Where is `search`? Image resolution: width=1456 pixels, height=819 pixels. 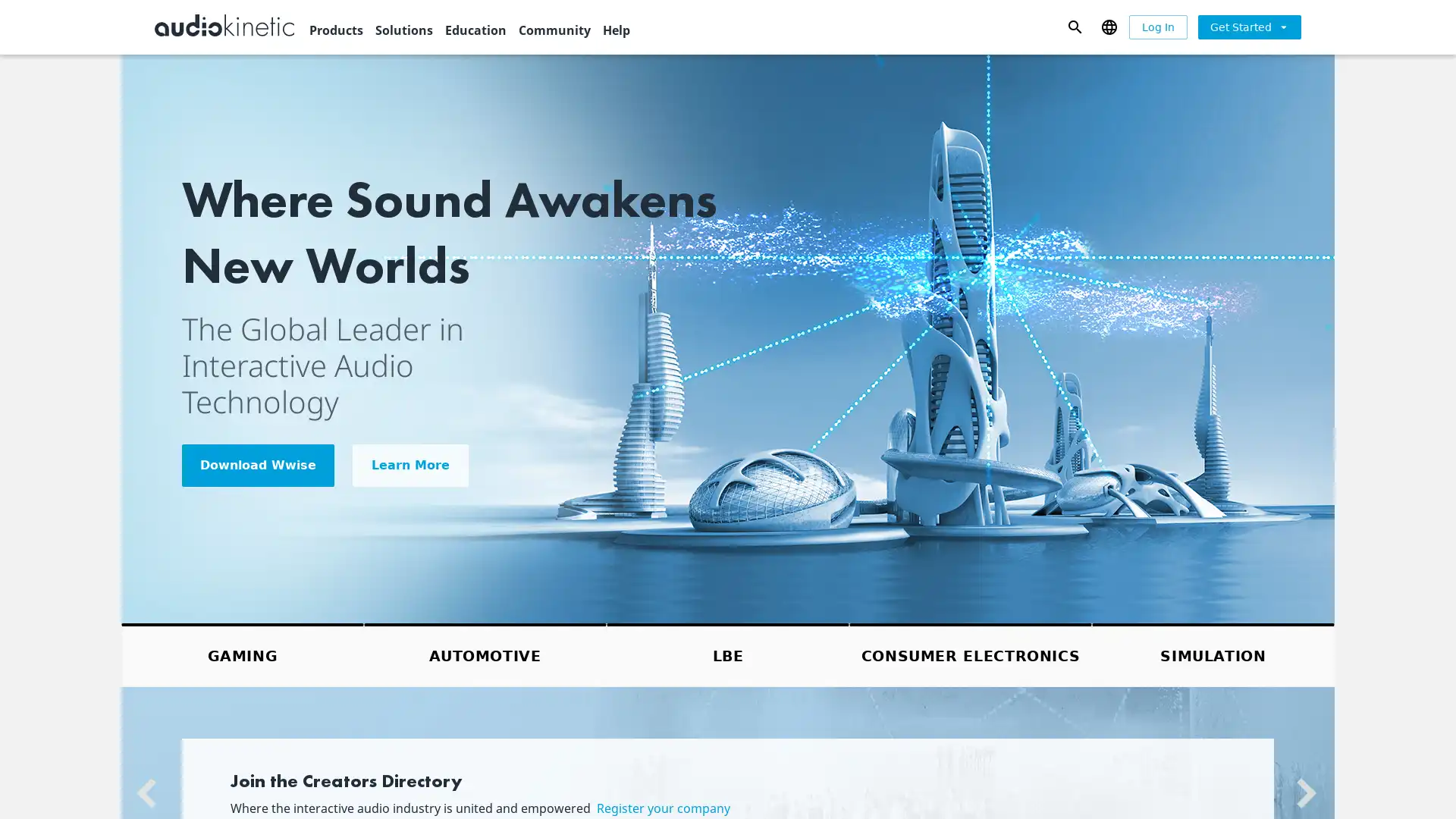
search is located at coordinates (1074, 26).